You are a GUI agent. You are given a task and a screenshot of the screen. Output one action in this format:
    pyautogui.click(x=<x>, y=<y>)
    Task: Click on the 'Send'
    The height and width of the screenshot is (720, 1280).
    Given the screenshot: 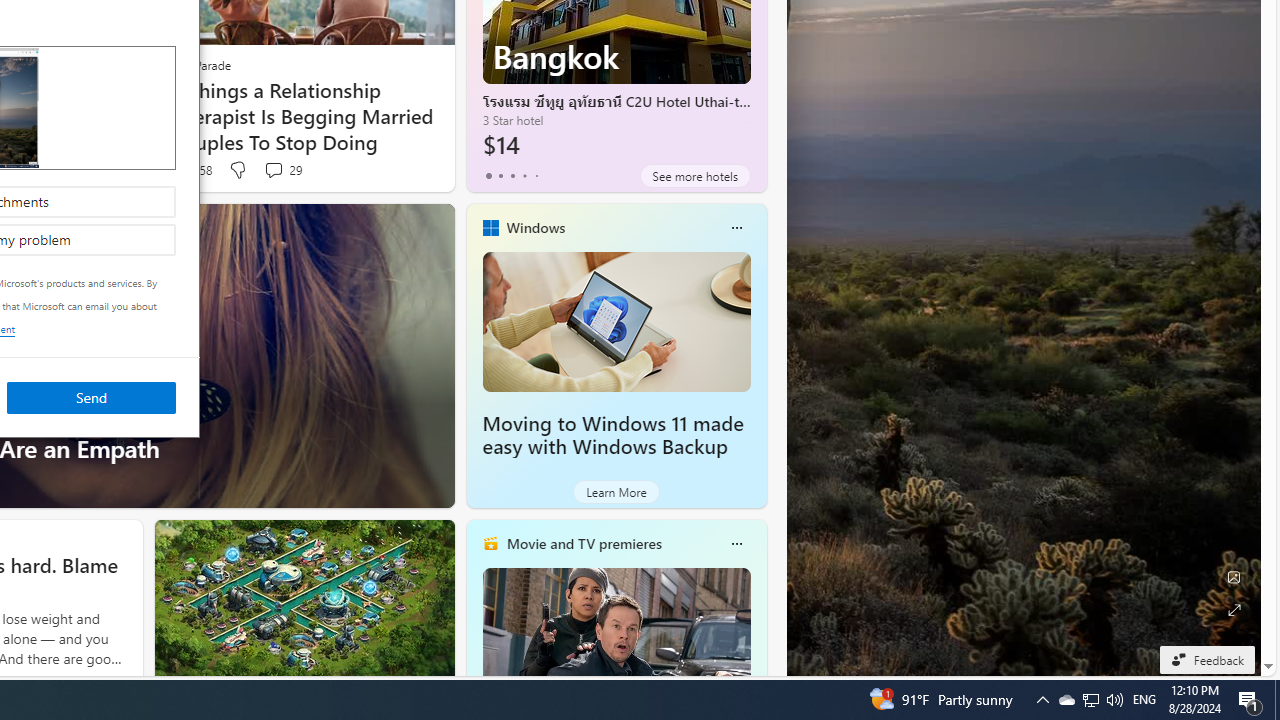 What is the action you would take?
    pyautogui.click(x=90, y=397)
    